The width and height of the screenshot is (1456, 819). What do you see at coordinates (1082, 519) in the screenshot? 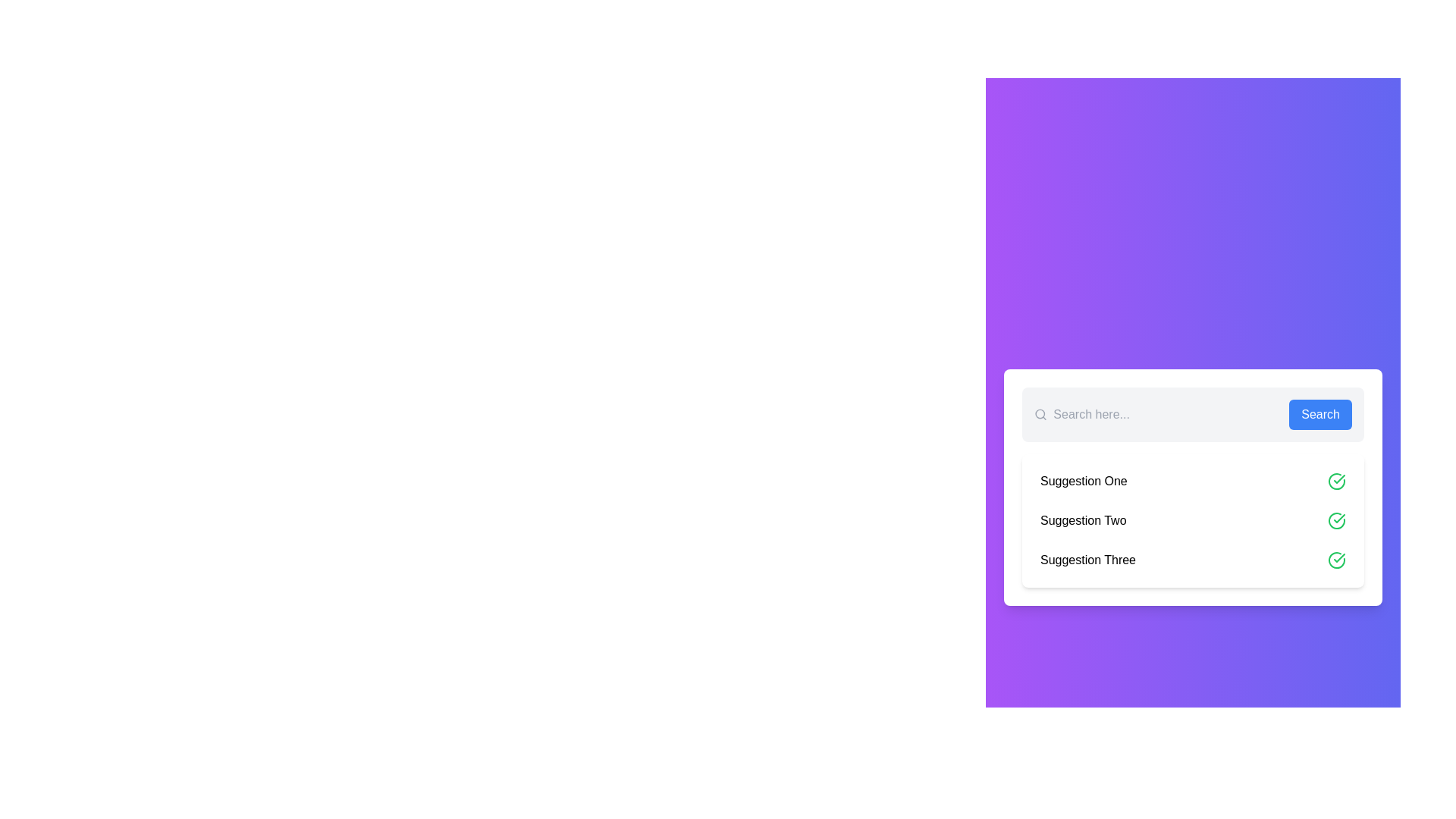
I see `the text label displaying 'Suggestion Two'` at bounding box center [1082, 519].